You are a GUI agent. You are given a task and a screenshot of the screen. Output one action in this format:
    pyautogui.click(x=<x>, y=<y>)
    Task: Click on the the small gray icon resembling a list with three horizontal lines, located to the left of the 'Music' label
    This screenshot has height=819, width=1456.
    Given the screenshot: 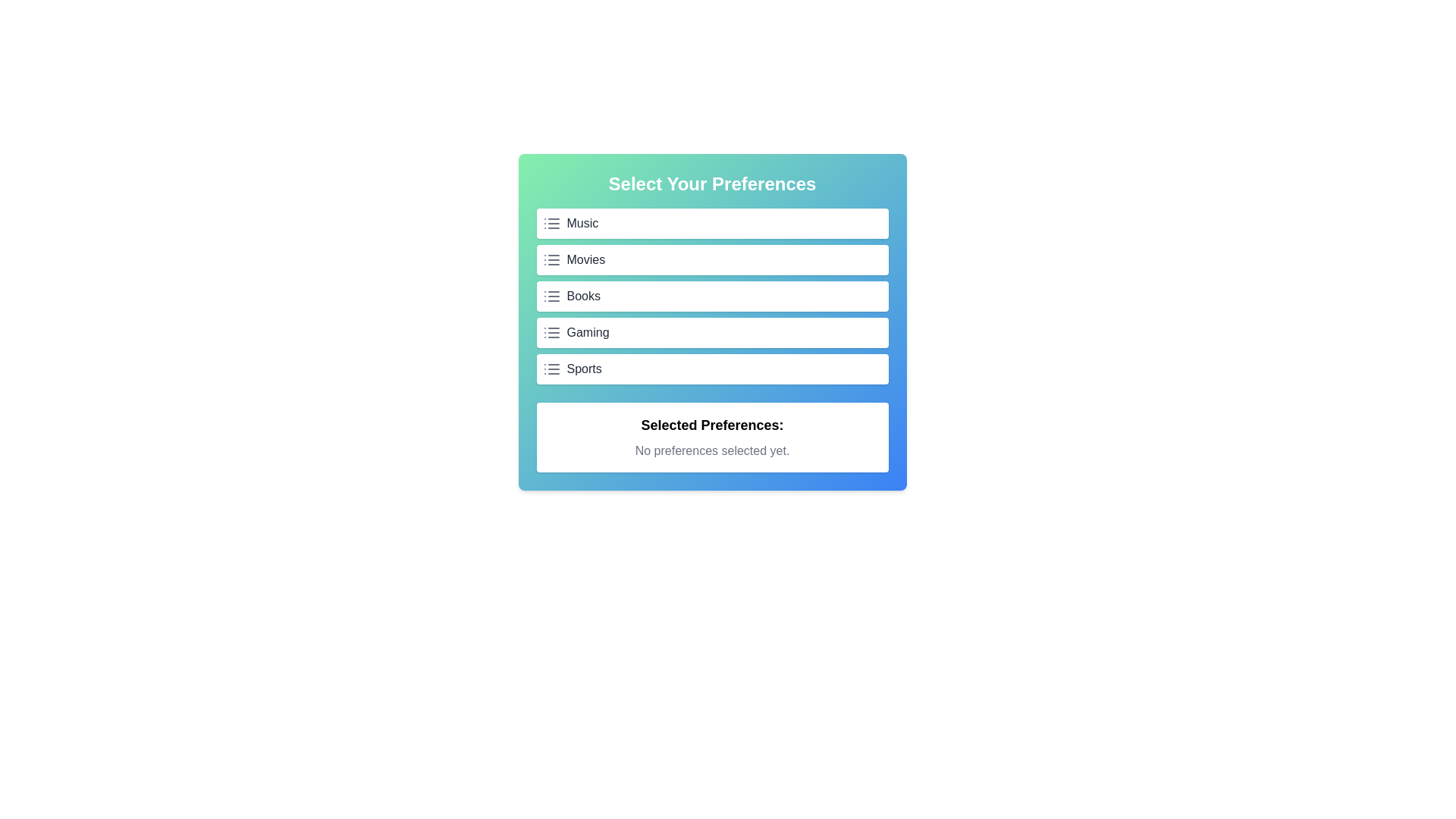 What is the action you would take?
    pyautogui.click(x=551, y=223)
    